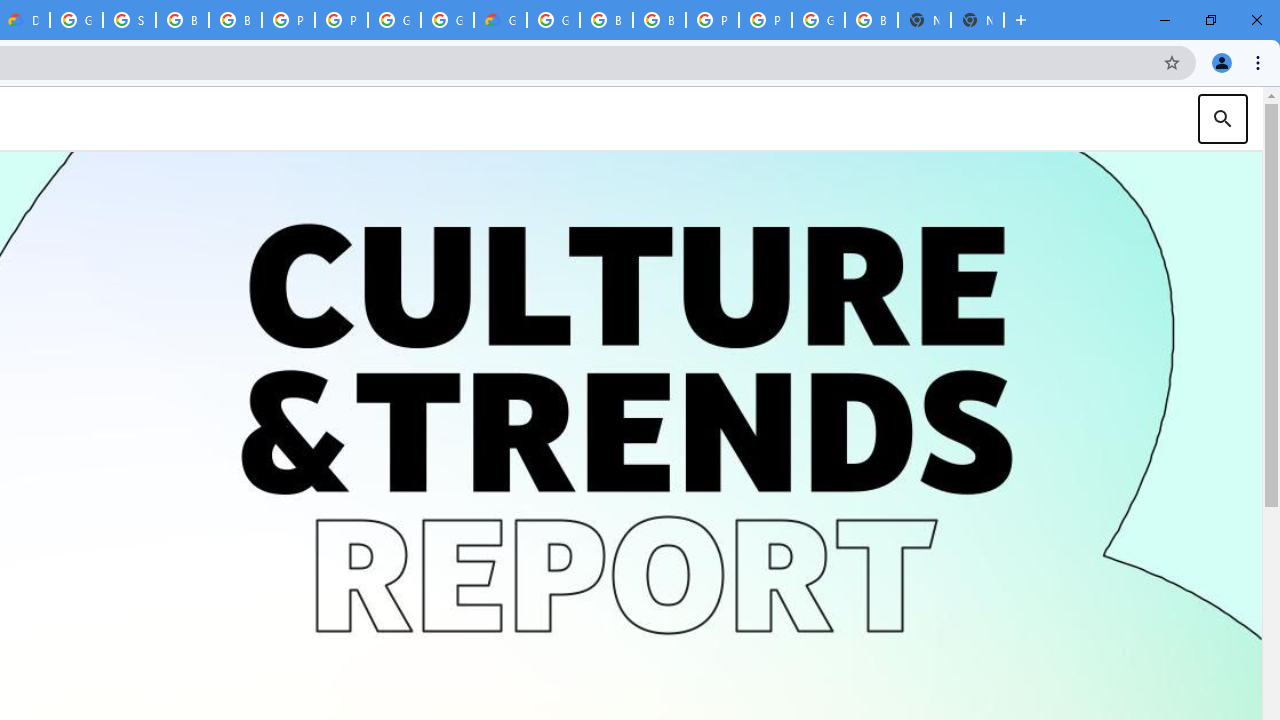 The height and width of the screenshot is (720, 1280). Describe the element at coordinates (128, 20) in the screenshot. I see `'Sign in - Google Accounts'` at that location.